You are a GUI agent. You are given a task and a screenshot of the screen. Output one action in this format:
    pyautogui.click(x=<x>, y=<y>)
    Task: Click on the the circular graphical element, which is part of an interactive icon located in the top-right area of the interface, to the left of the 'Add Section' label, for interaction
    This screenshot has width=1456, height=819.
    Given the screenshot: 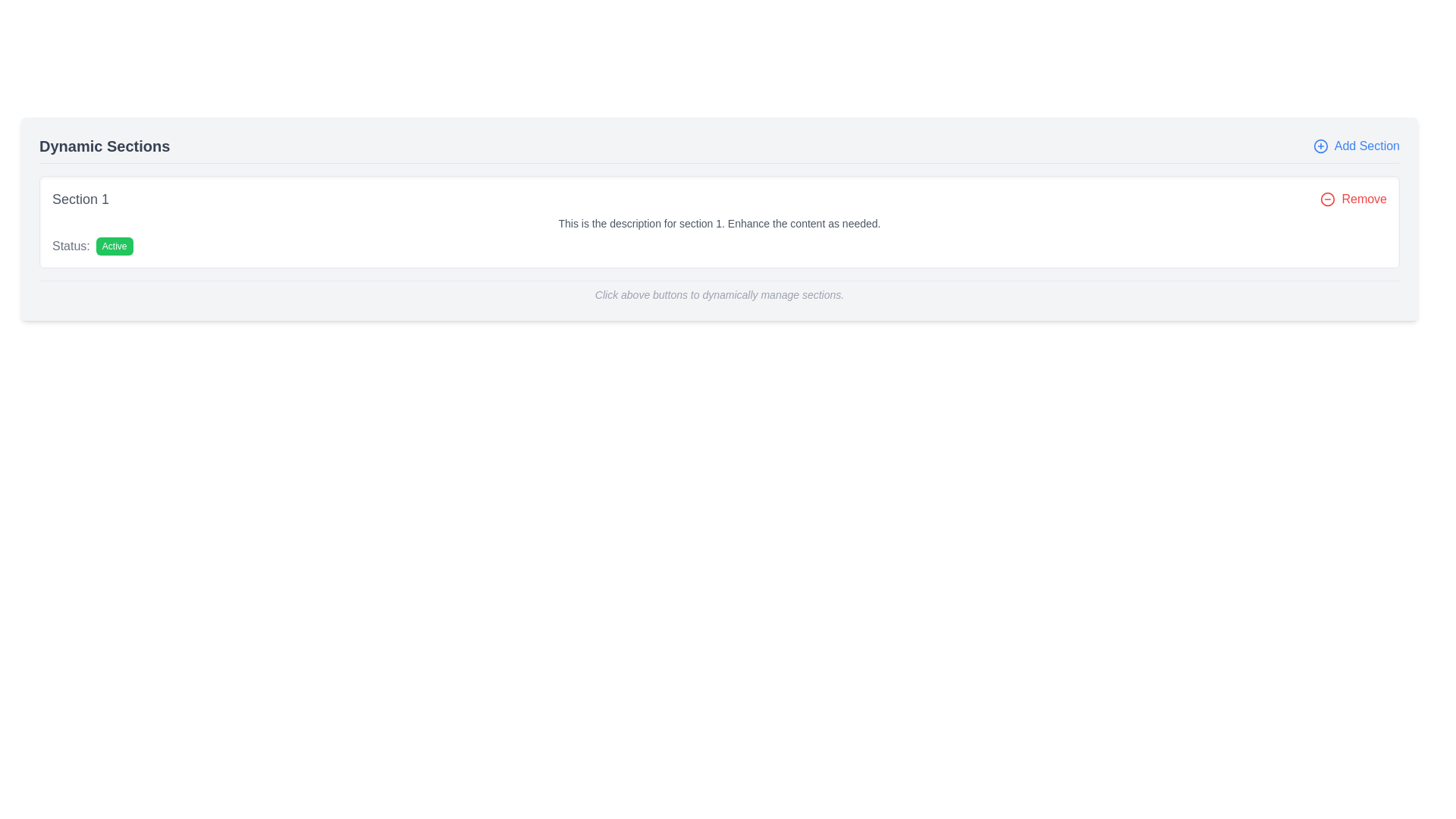 What is the action you would take?
    pyautogui.click(x=1319, y=146)
    